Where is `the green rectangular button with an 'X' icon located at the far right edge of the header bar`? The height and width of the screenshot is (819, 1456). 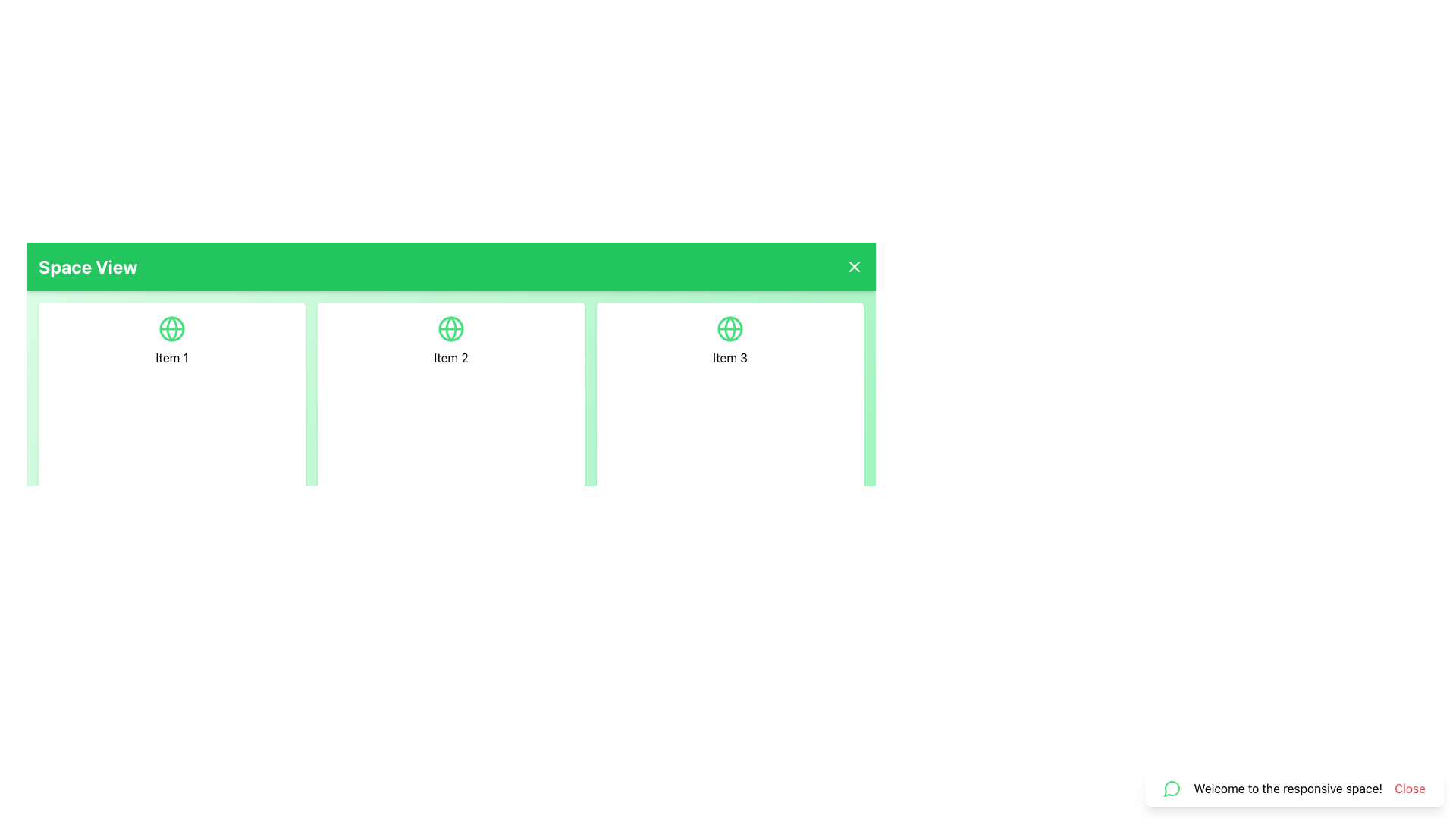
the green rectangular button with an 'X' icon located at the far right edge of the header bar is located at coordinates (855, 265).